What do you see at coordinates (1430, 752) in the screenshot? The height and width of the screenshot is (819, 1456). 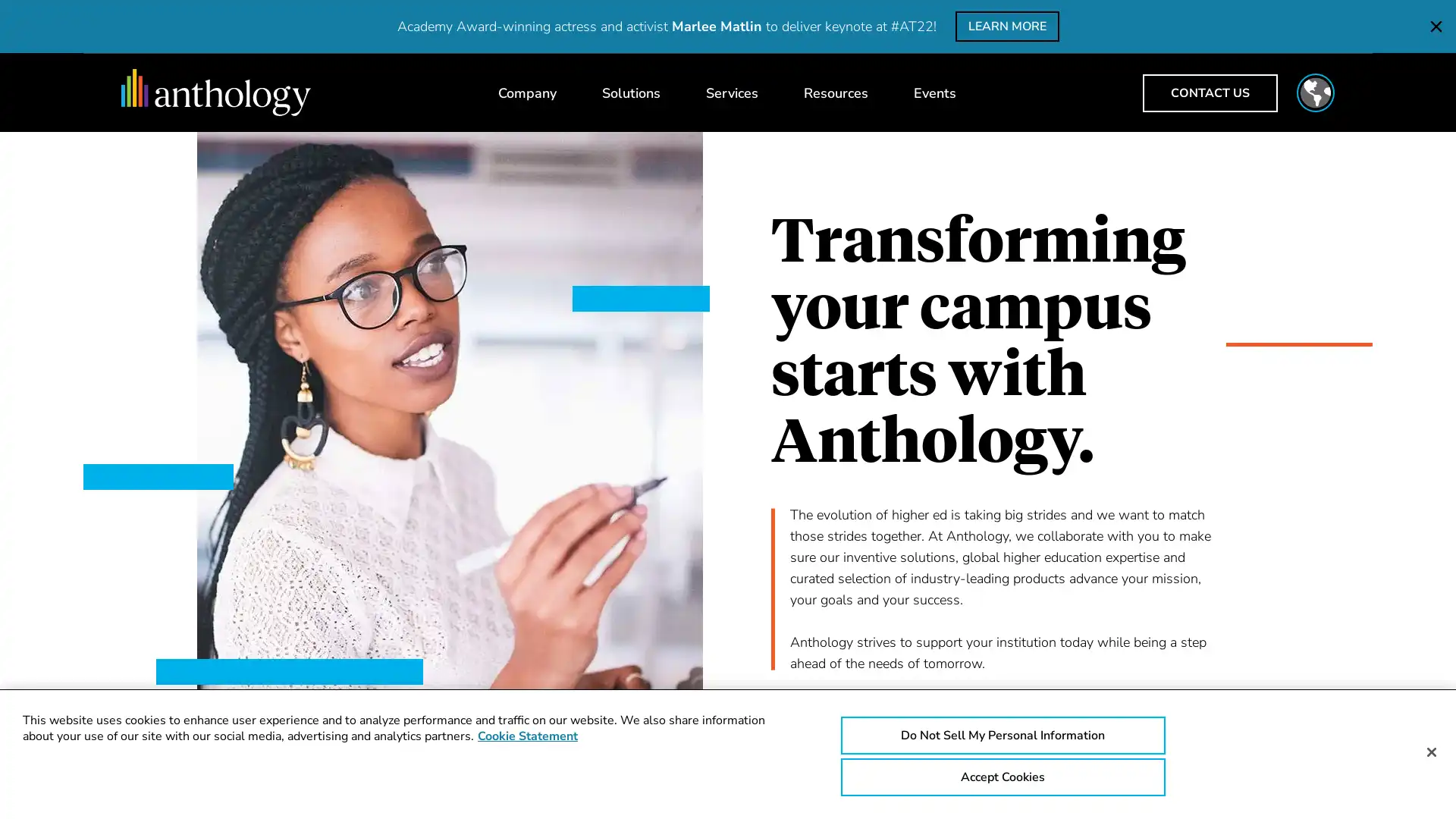 I see `Close` at bounding box center [1430, 752].